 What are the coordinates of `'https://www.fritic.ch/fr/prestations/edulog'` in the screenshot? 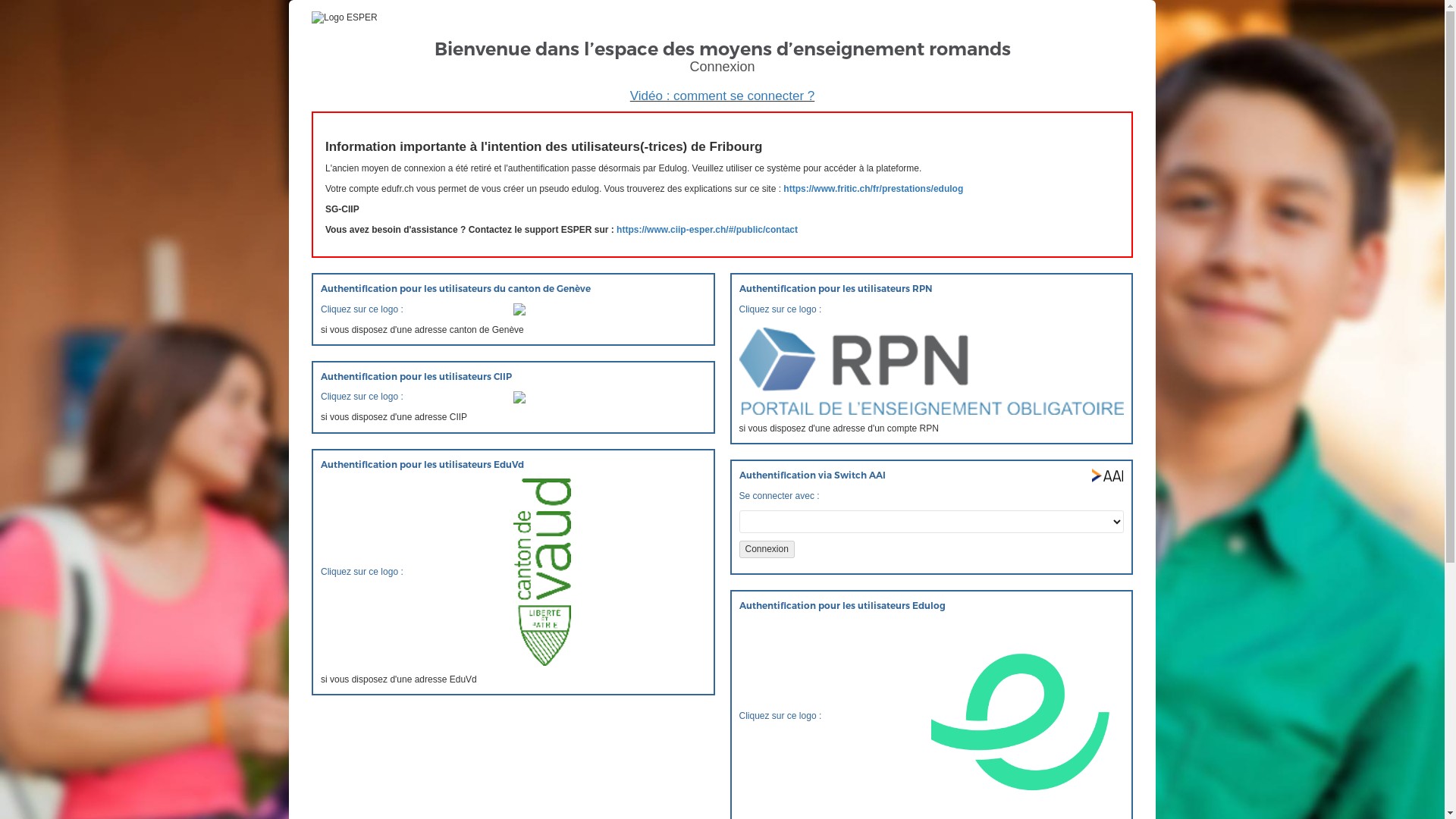 It's located at (873, 188).